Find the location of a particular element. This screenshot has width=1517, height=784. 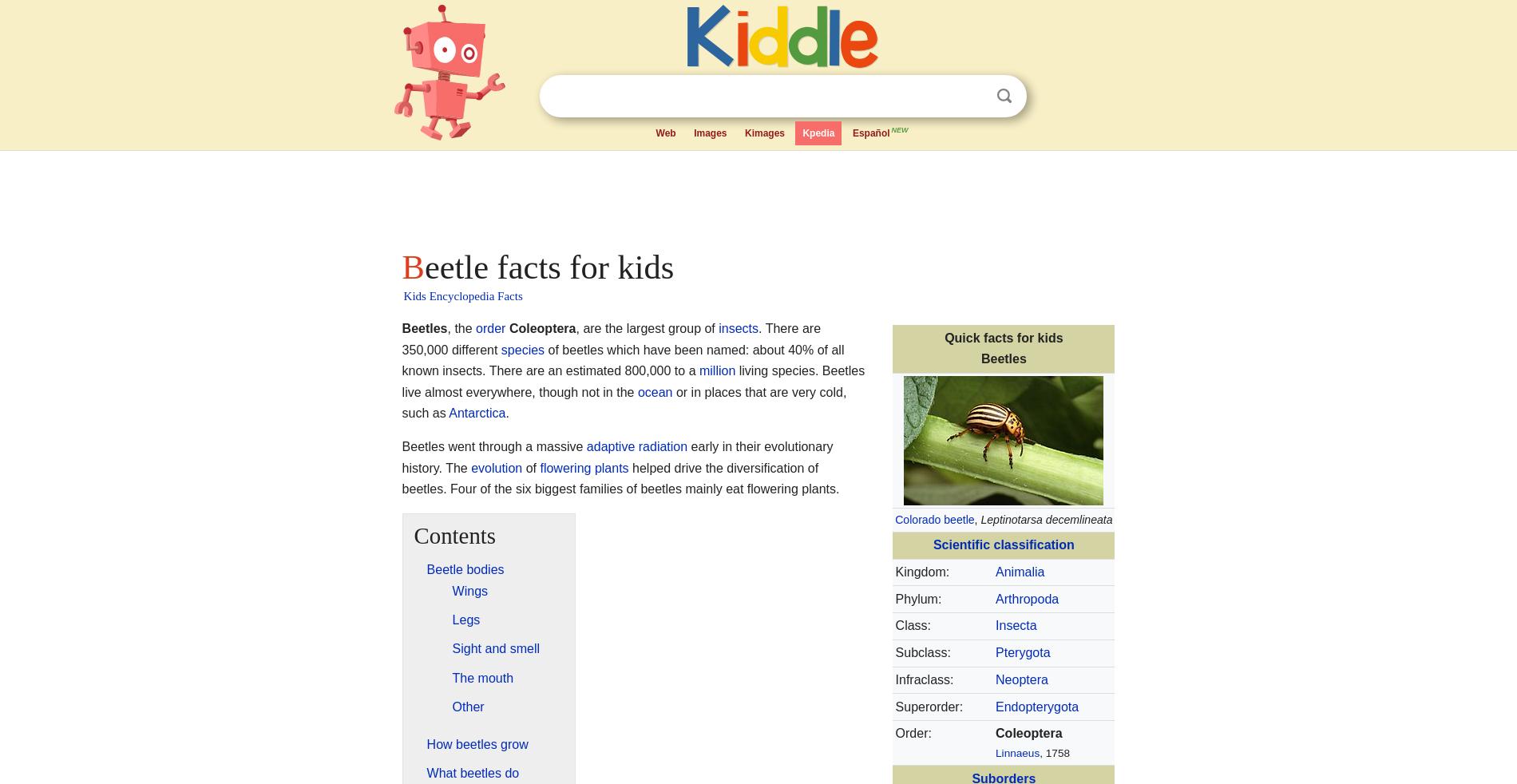

'Quick facts for kids' is located at coordinates (1003, 337).